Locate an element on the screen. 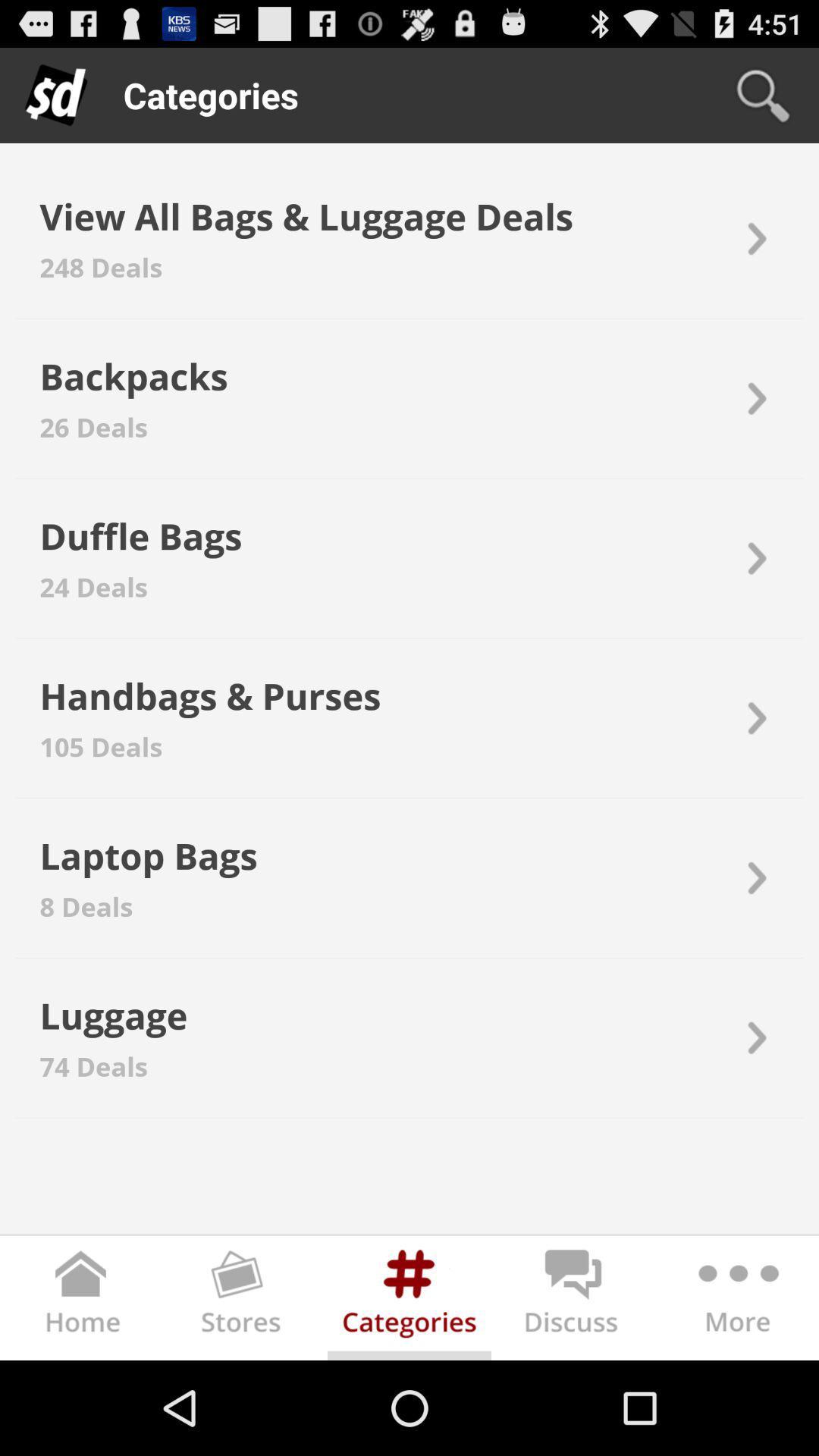  icon on the right side of handbags  bags is located at coordinates (755, 717).